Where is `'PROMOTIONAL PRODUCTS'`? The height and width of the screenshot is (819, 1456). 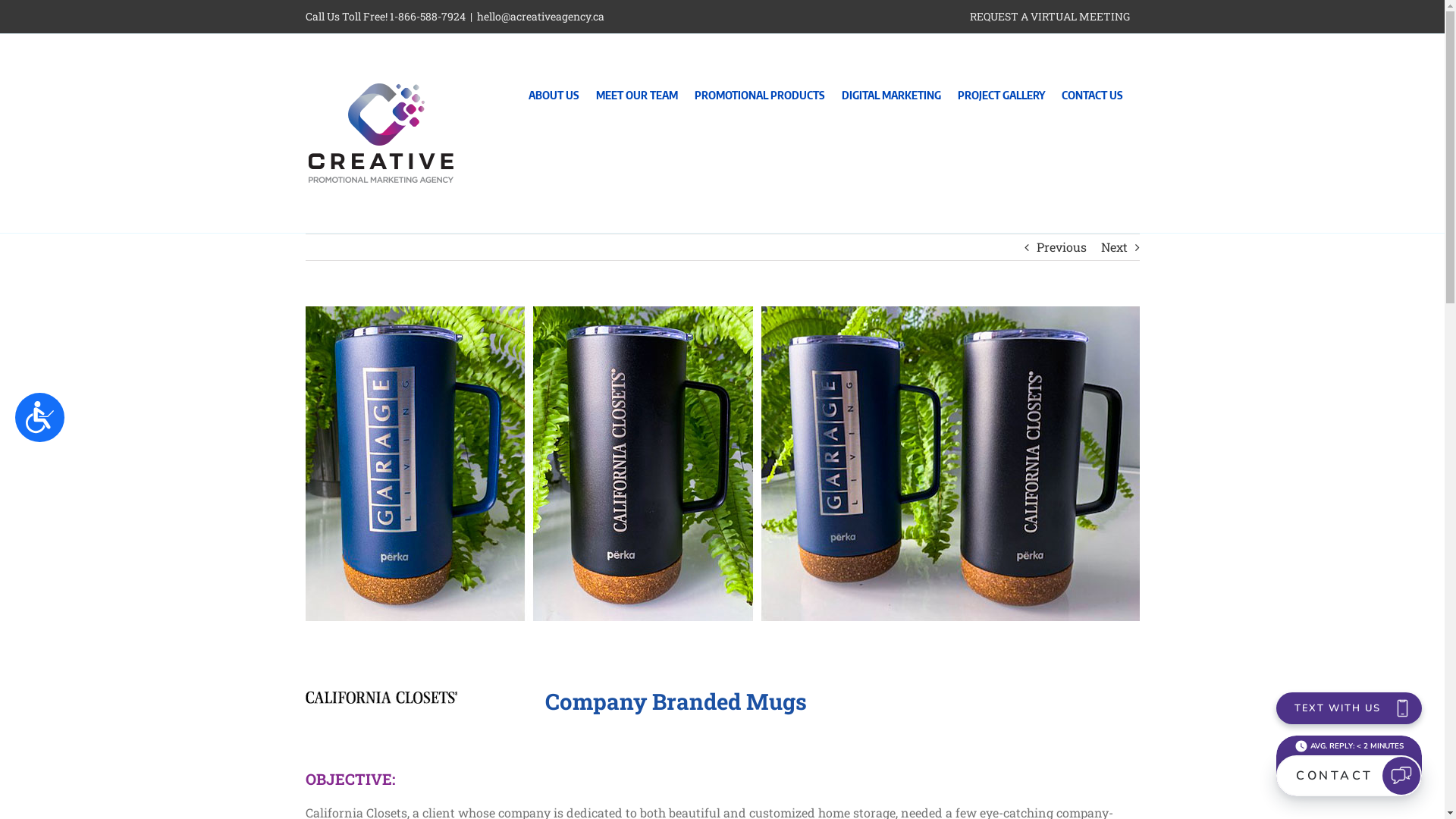
'PROMOTIONAL PRODUCTS' is located at coordinates (694, 90).